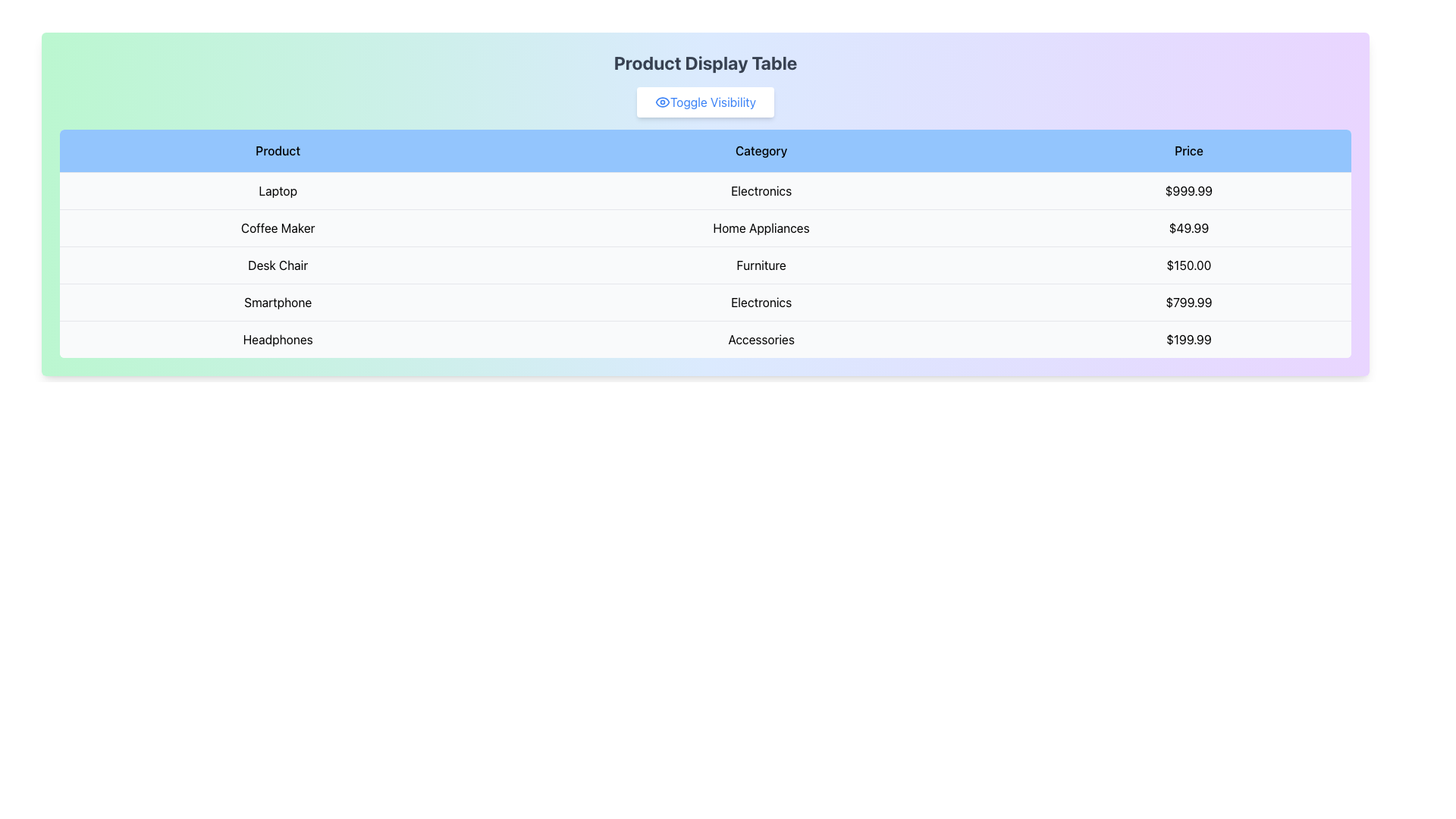  Describe the element at coordinates (1188, 227) in the screenshot. I see `the price text label displaying '$49.99' in bold black text, located in the third column of the second row under the 'Price' header` at that location.